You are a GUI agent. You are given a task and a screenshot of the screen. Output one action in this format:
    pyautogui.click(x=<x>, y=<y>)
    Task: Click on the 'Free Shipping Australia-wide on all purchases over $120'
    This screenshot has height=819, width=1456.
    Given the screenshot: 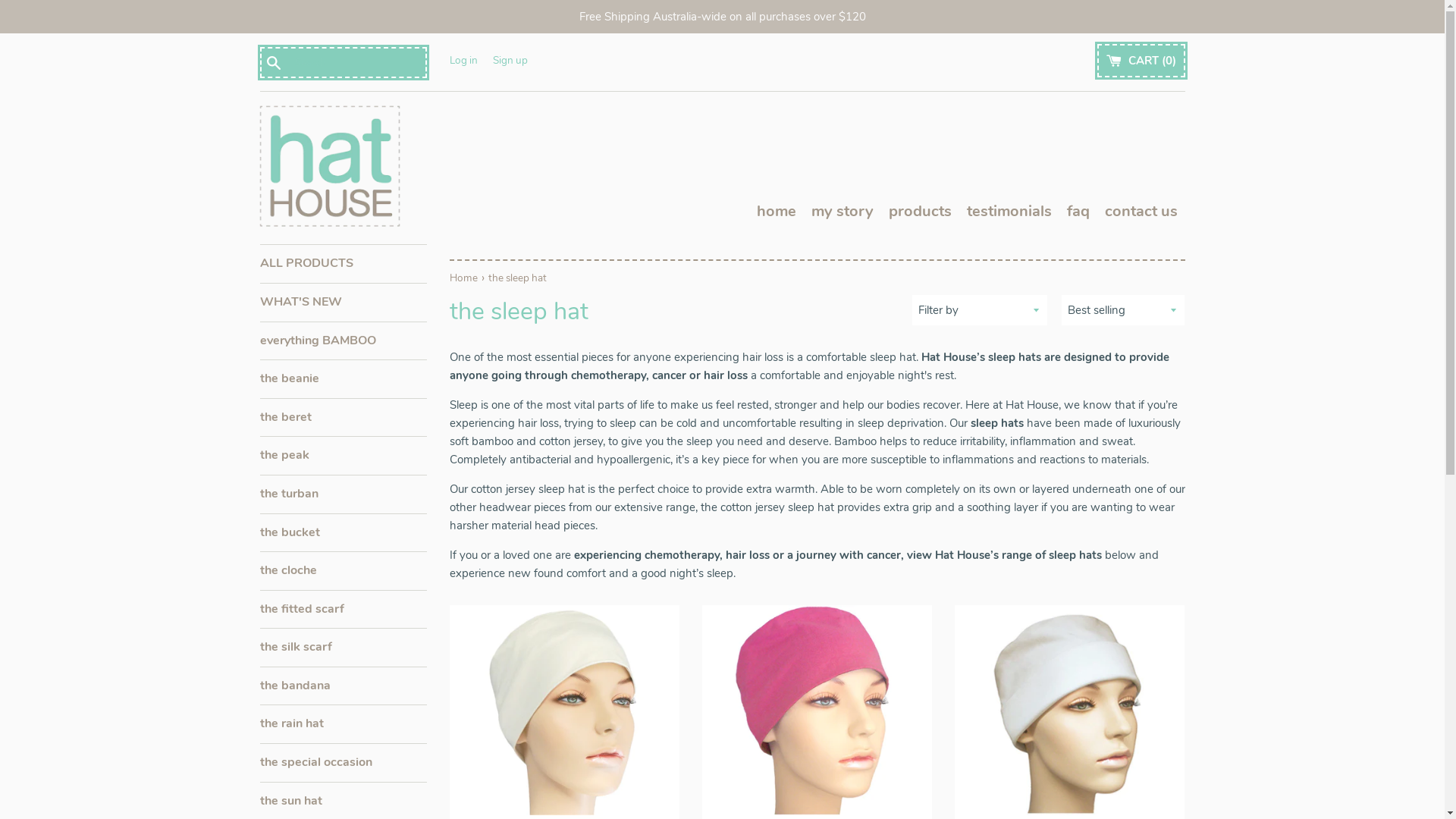 What is the action you would take?
    pyautogui.click(x=721, y=17)
    